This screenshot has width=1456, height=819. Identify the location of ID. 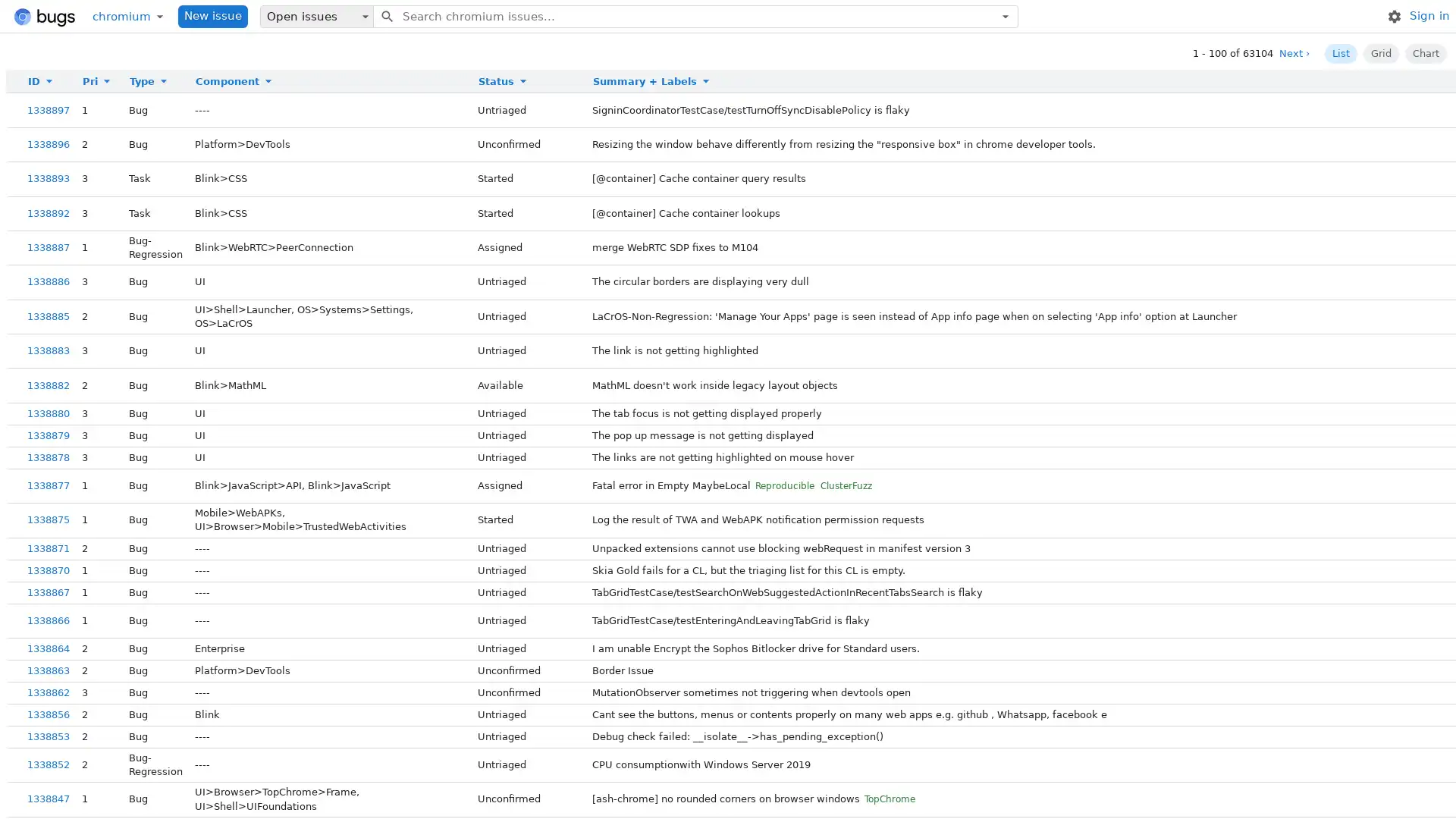
(43, 81).